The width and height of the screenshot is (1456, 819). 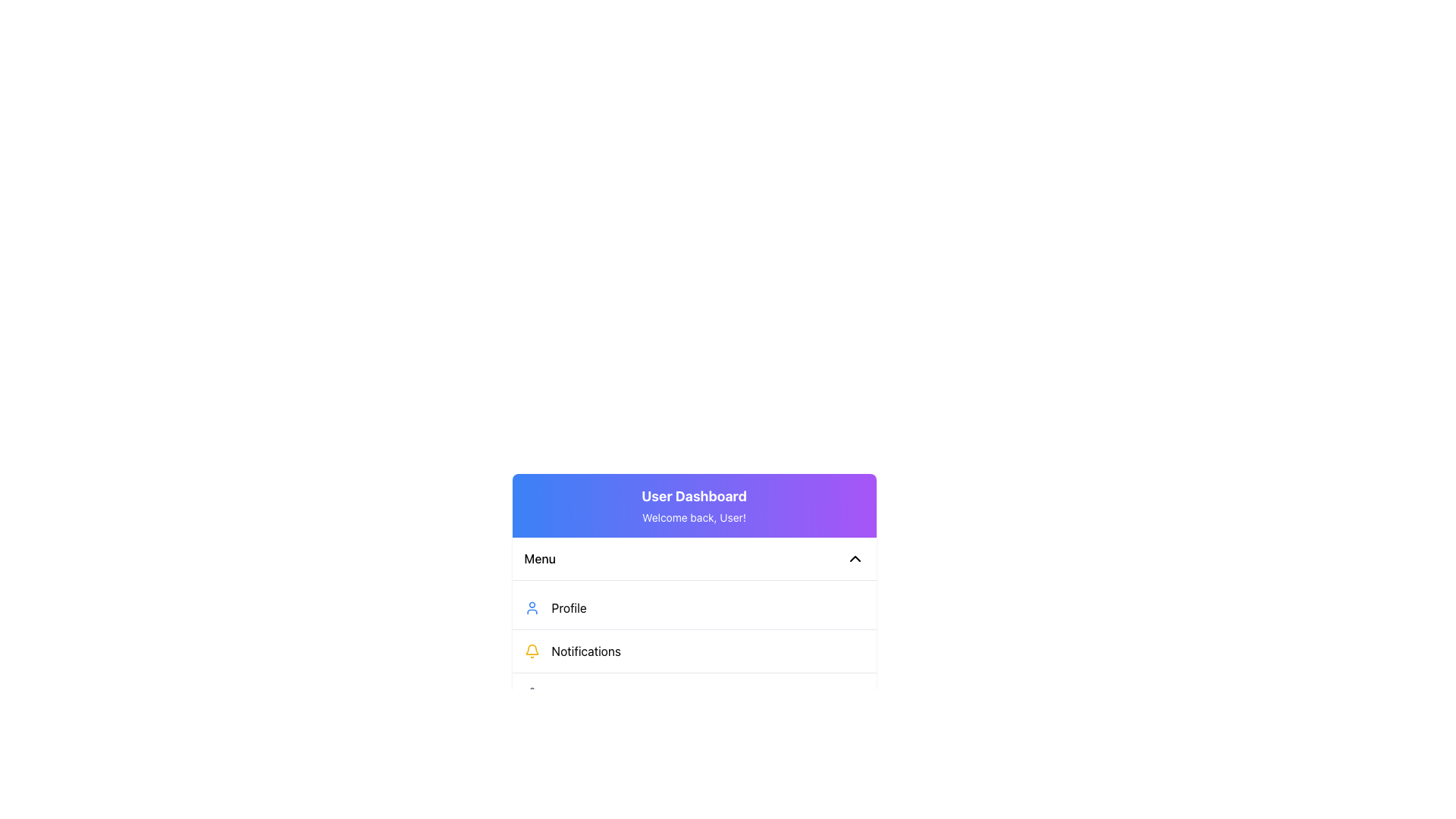 What do you see at coordinates (532, 648) in the screenshot?
I see `the yellow hollow outline bell icon, which is the second element in the menu list` at bounding box center [532, 648].